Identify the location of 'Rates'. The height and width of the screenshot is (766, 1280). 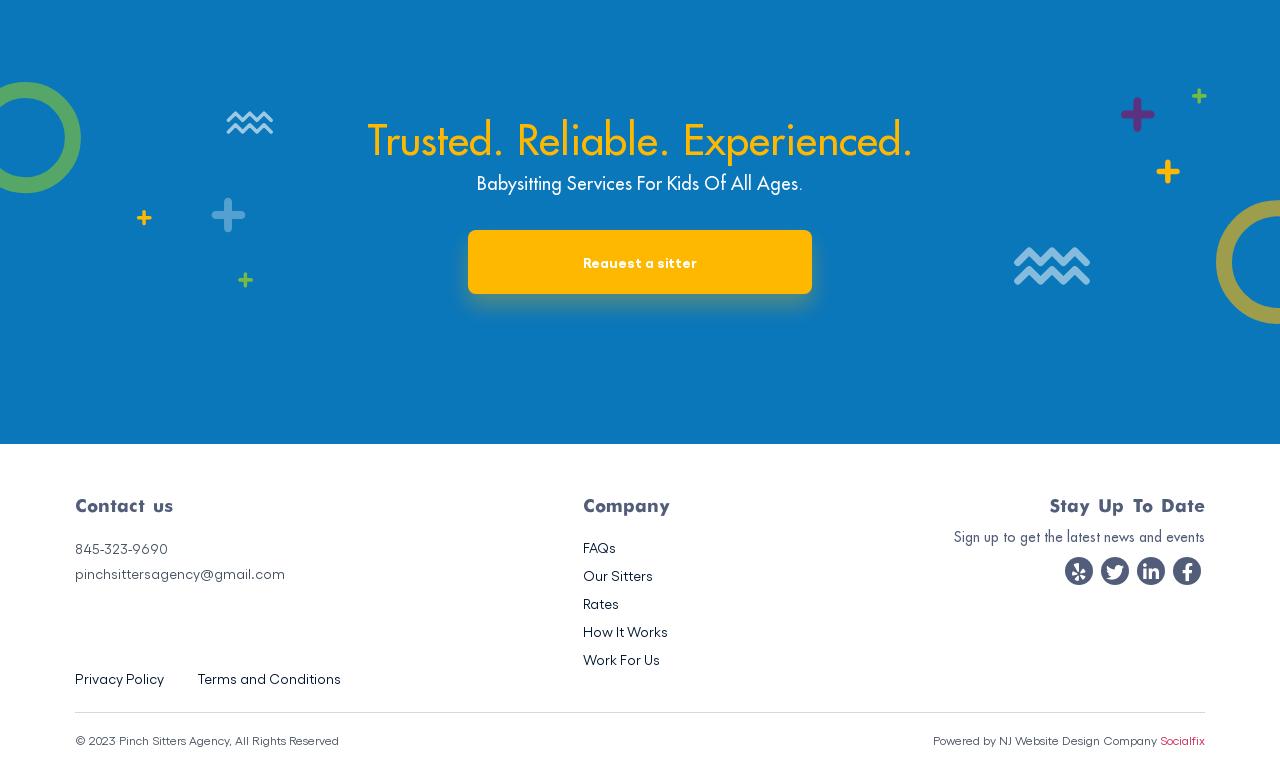
(599, 603).